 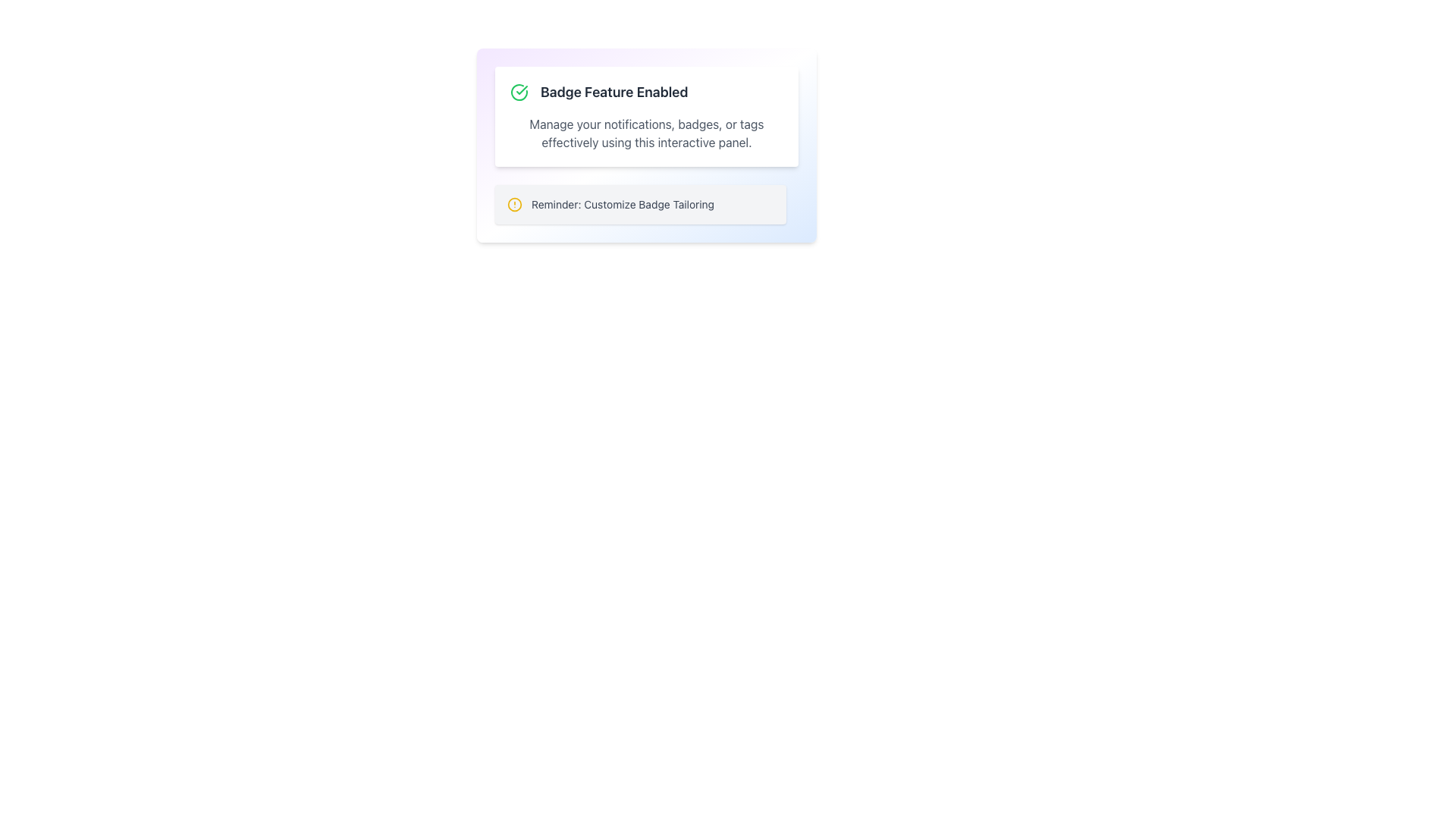 I want to click on the informational display showing the text 'Badge Feature Enabled' with a green check icon to its left, which is positioned above the description text and below the 'Toggle Panel' button, so click(x=647, y=93).